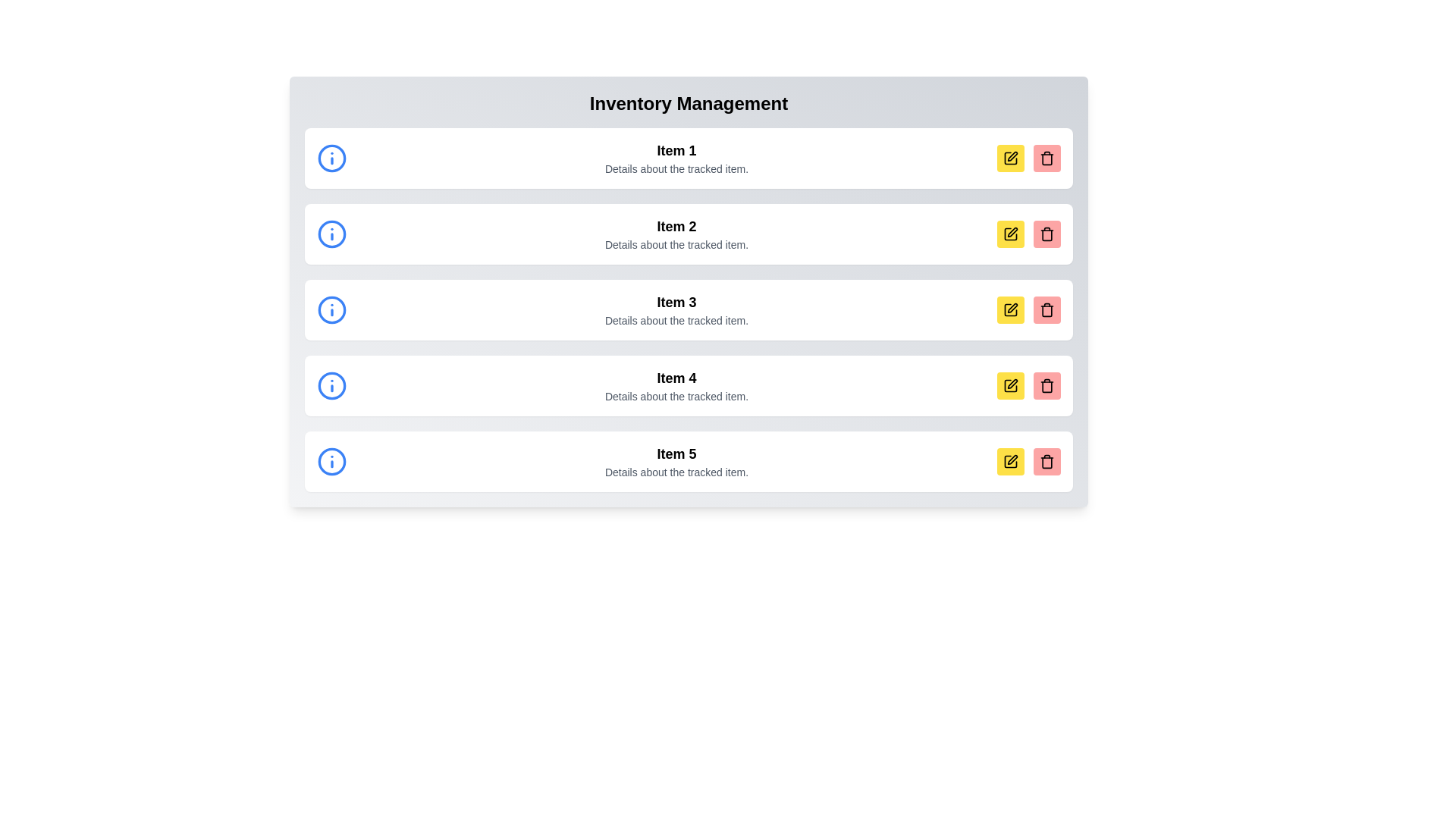 This screenshot has height=819, width=1456. Describe the element at coordinates (1011, 234) in the screenshot. I see `the edit button located immediately to the right of 'Item 2' to initiate an edit action` at that location.